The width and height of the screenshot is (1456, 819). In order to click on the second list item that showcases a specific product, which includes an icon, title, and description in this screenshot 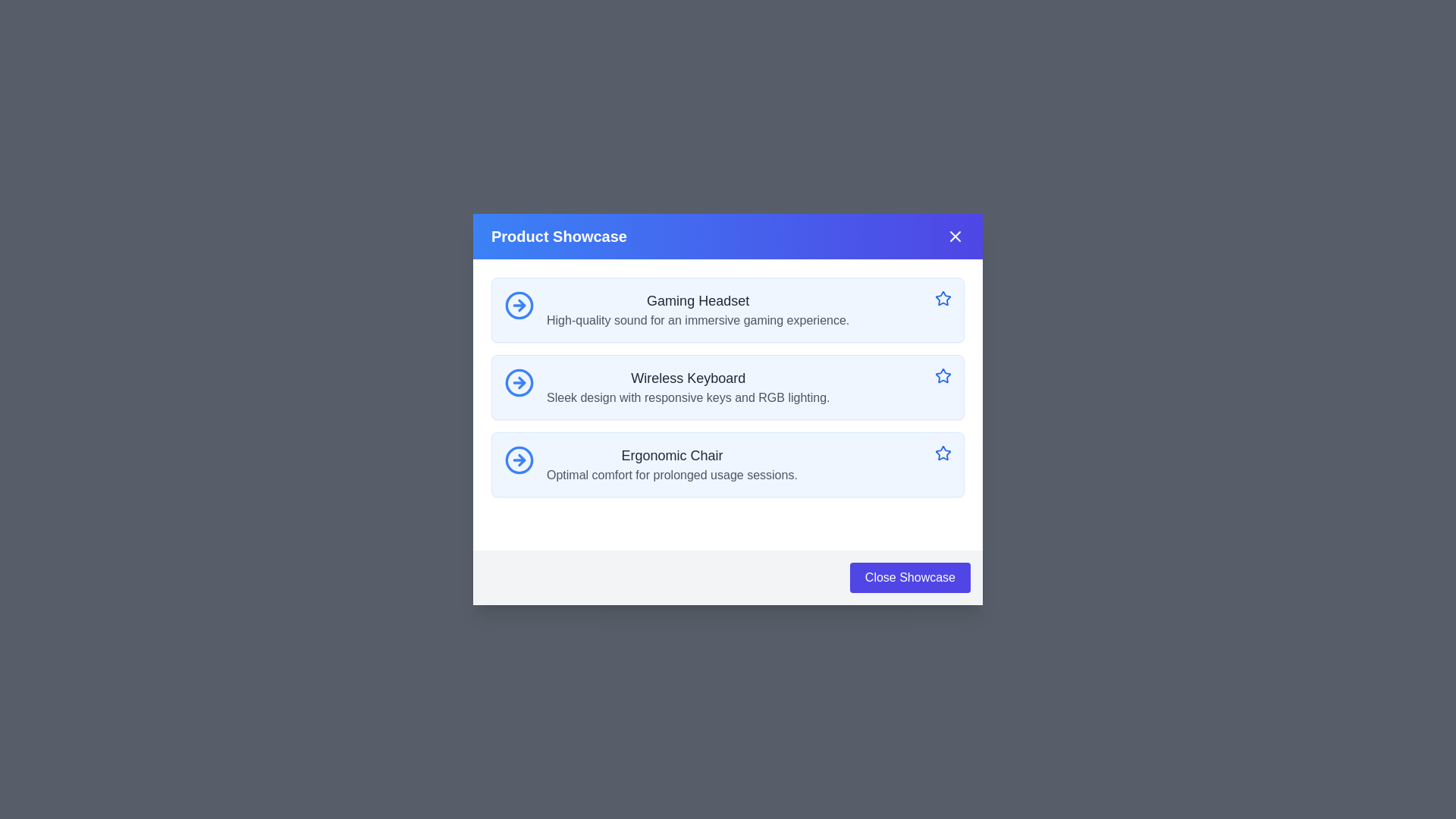, I will do `click(728, 386)`.